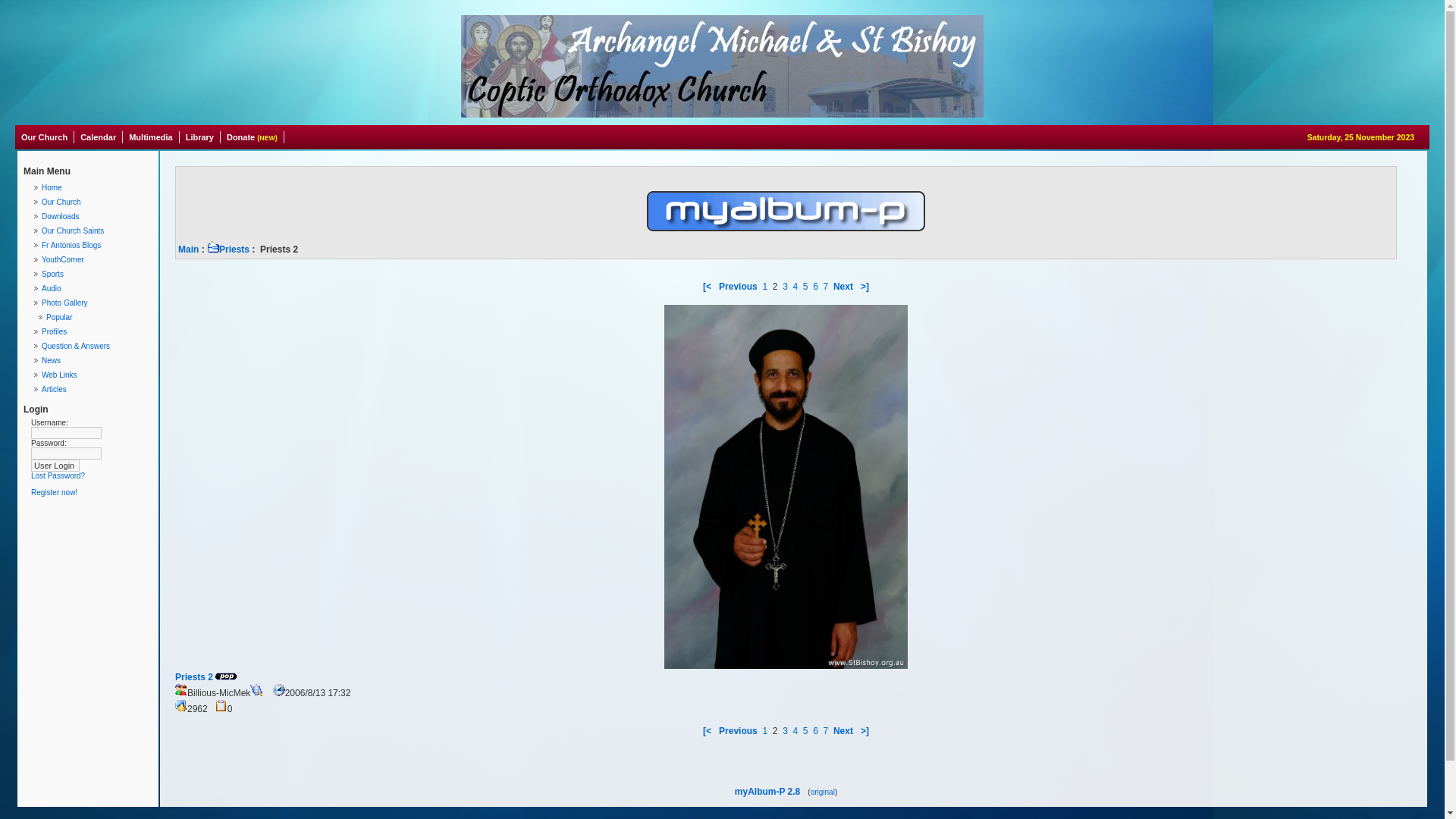  Describe the element at coordinates (90, 187) in the screenshot. I see `'Home'` at that location.